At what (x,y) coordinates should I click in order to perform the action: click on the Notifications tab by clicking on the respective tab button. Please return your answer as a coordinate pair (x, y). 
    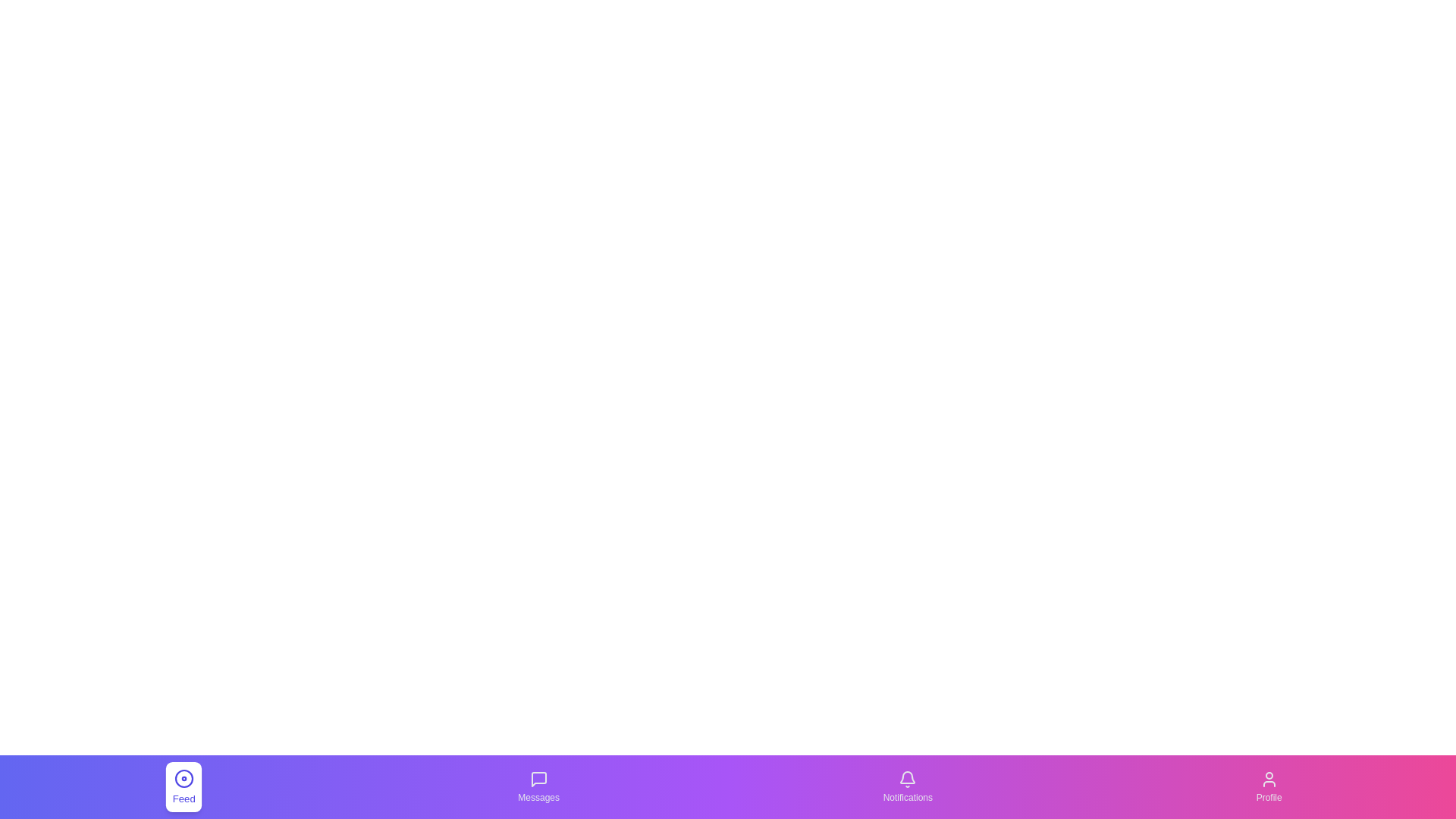
    Looking at the image, I should click on (908, 786).